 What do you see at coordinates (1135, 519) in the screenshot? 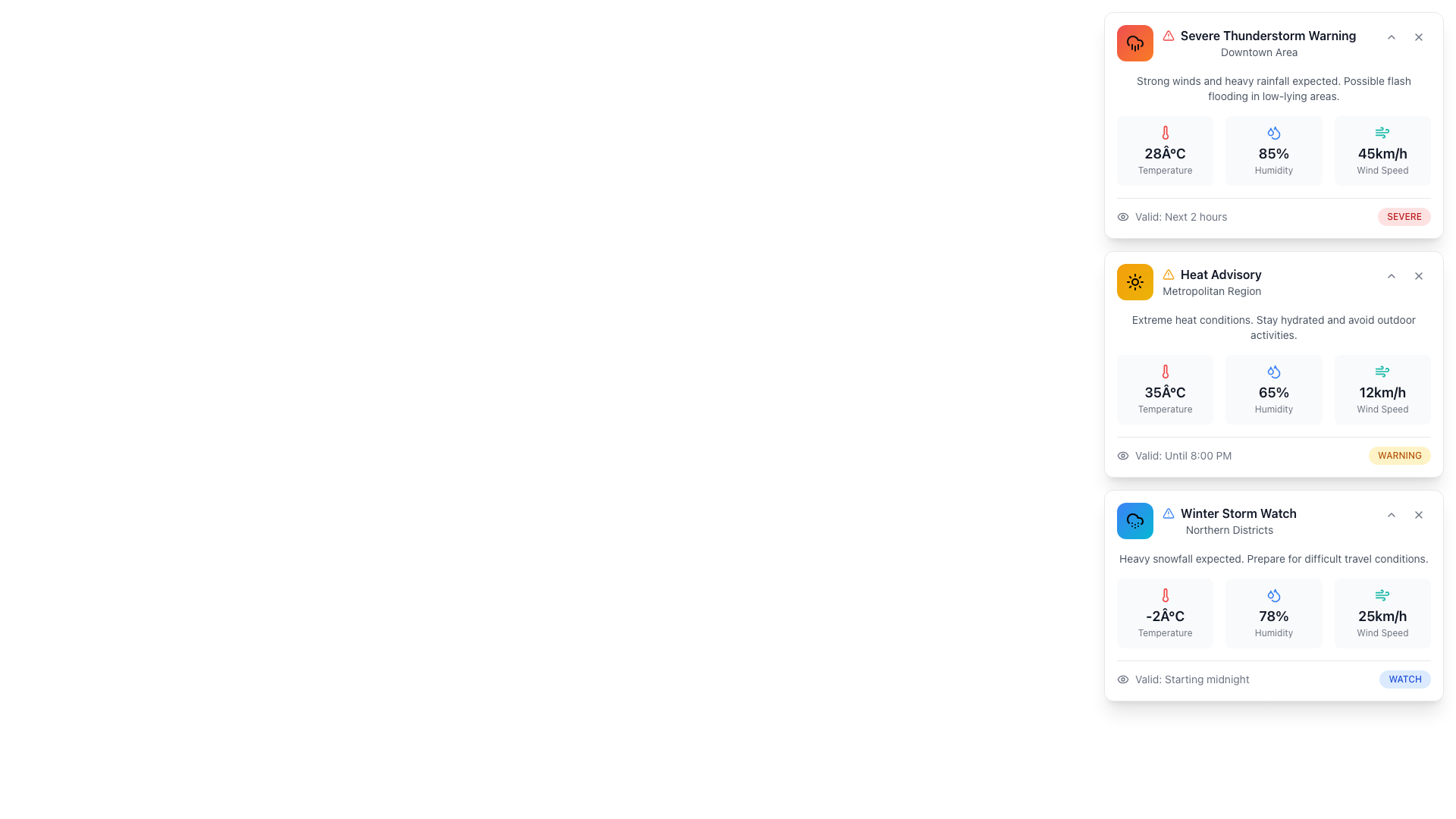
I see `the winter storm conditions SVG icon, which is located at the third position in a vertical list within a winter-themed weather warning card, and is set against a circular blue background gradient` at bounding box center [1135, 519].